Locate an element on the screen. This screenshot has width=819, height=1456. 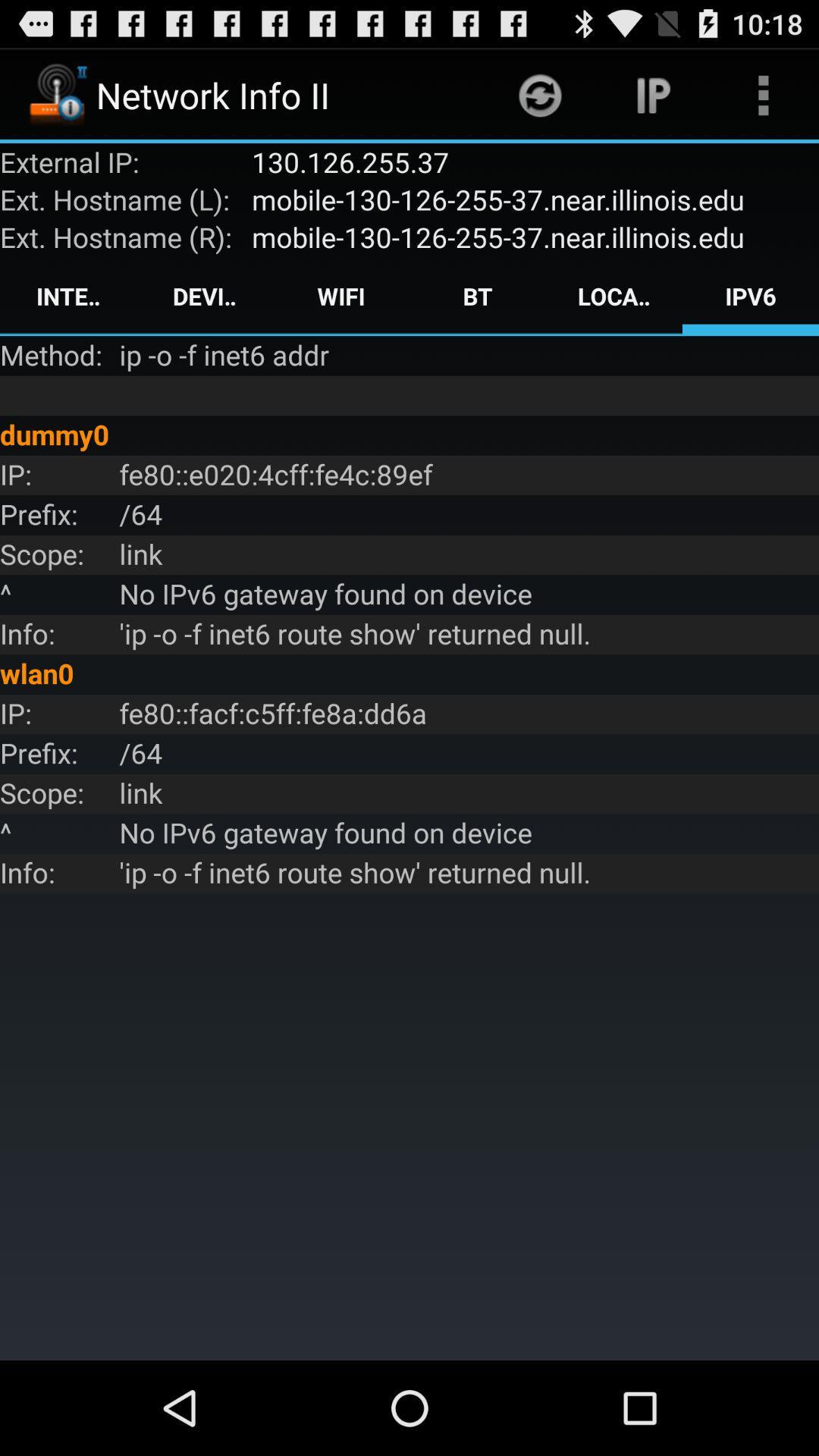
icon next to location is located at coordinates (476, 296).